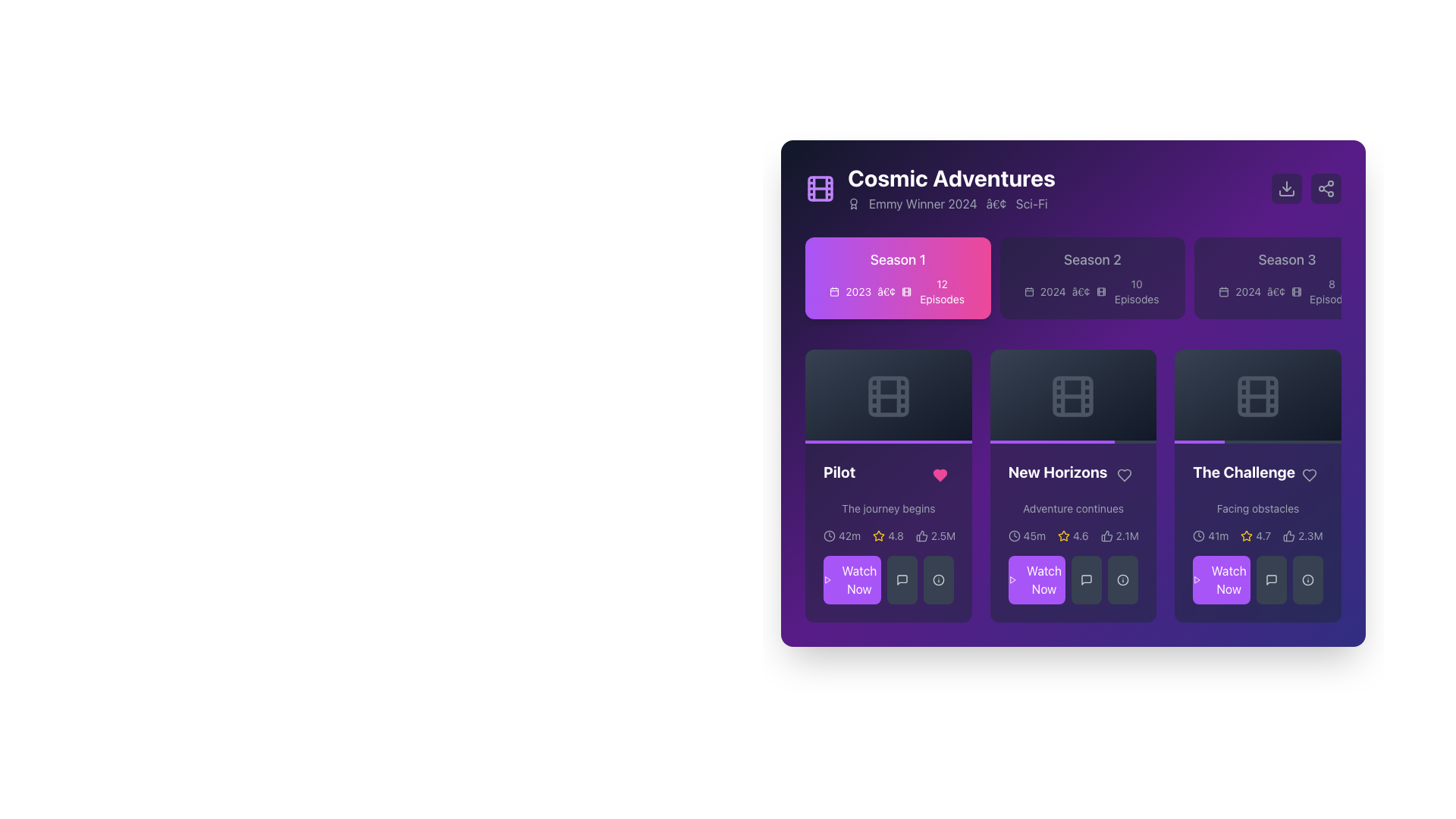 The image size is (1456, 819). I want to click on the text label 'Pilot' which serves as the title for the episode in the 'Cosmic Adventures' section, located under 'Season 1' and above 'The journey begins', so click(839, 471).